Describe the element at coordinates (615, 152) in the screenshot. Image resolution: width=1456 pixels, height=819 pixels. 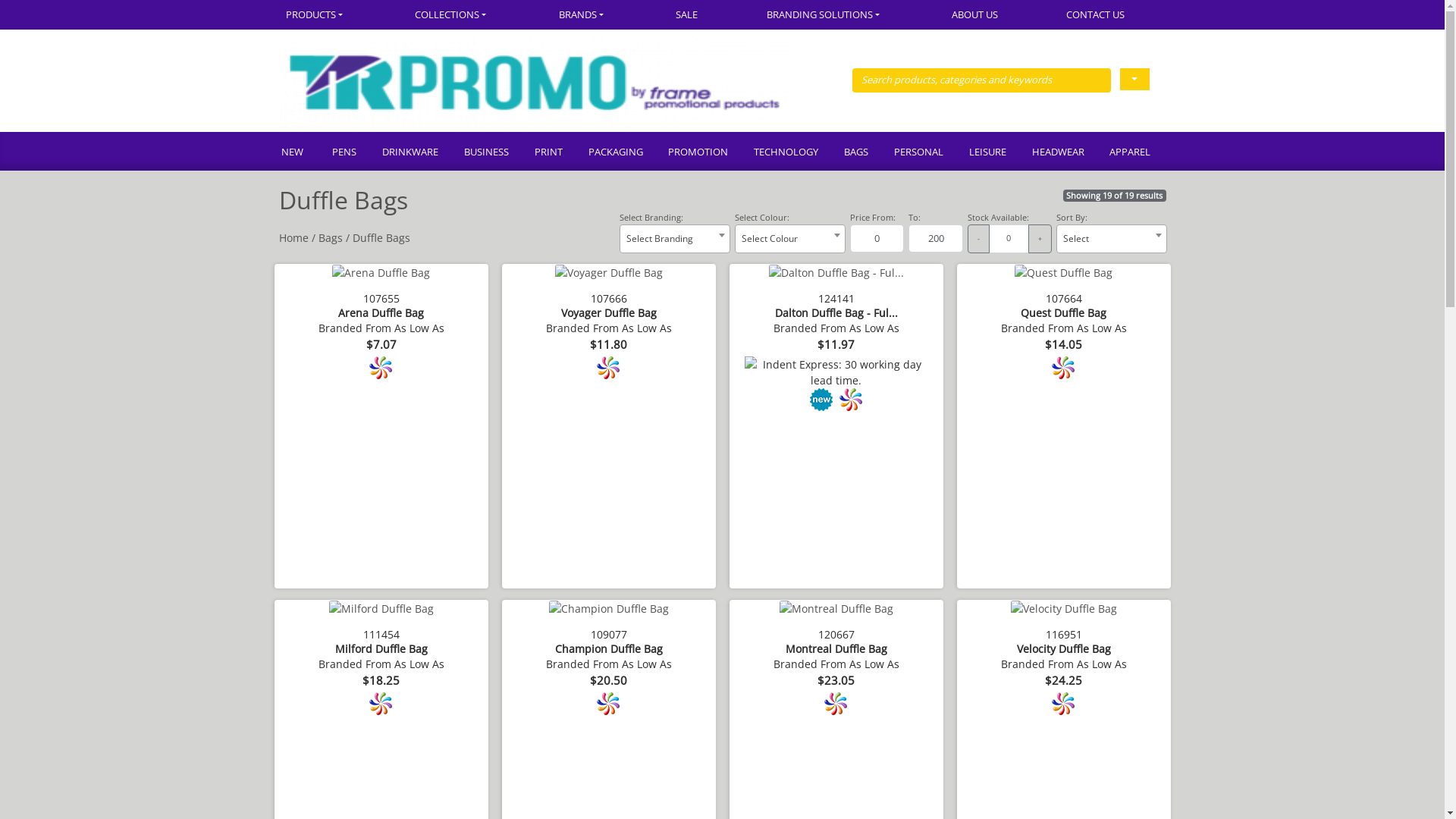
I see `'PACKAGING'` at that location.